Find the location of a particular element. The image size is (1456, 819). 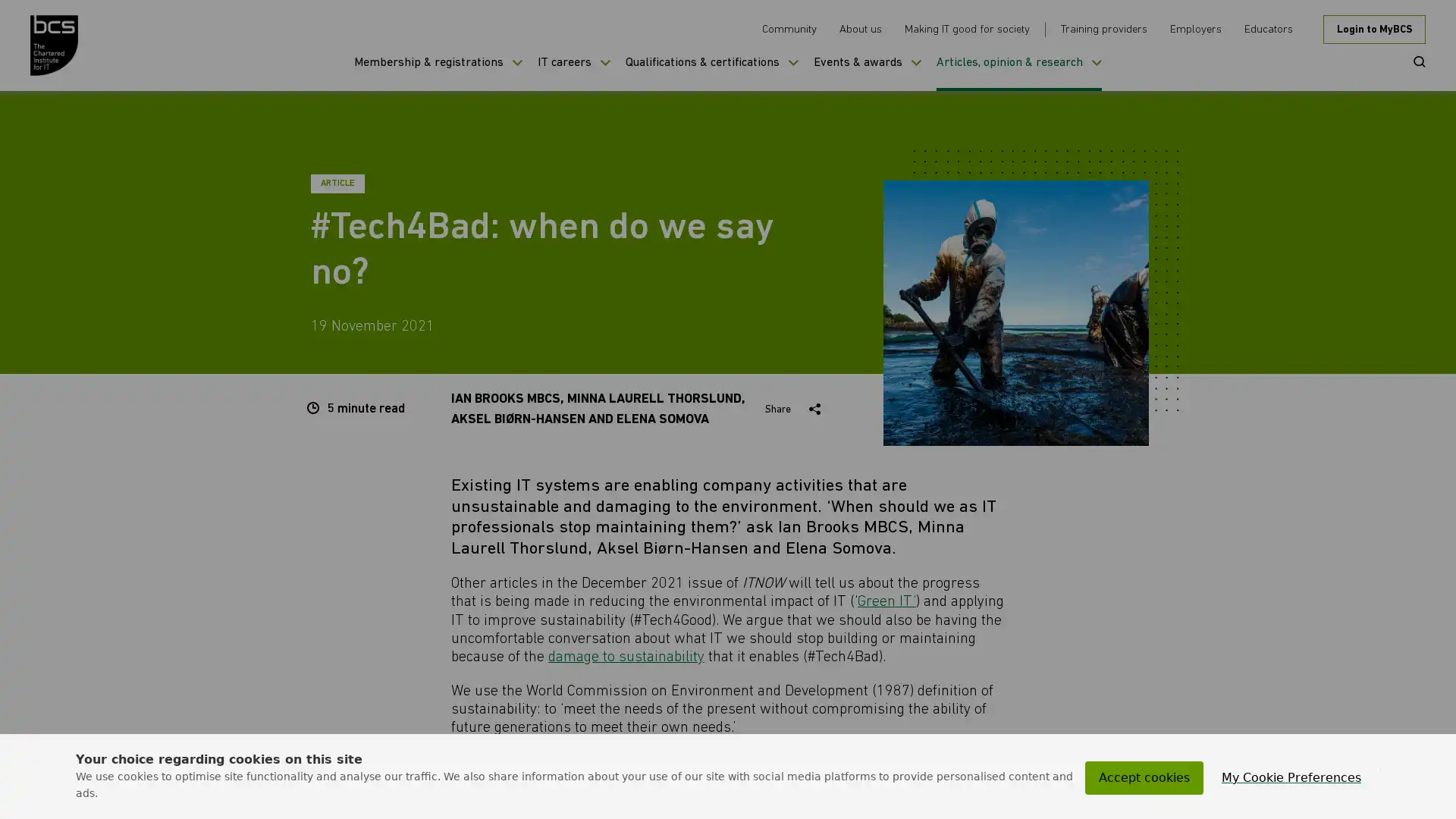

Share is located at coordinates (795, 409).